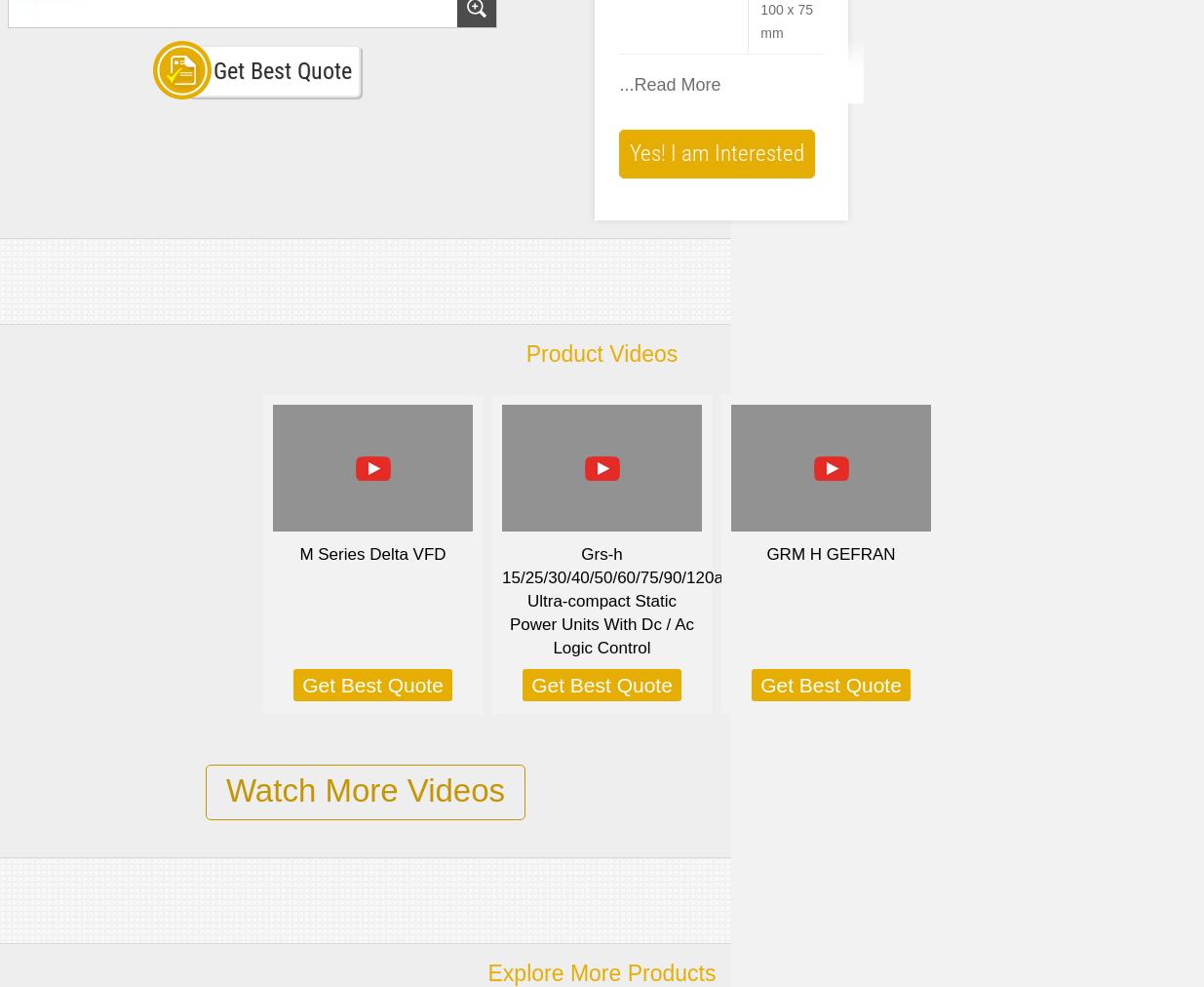  I want to click on 'M Series Delta VFD', so click(371, 553).